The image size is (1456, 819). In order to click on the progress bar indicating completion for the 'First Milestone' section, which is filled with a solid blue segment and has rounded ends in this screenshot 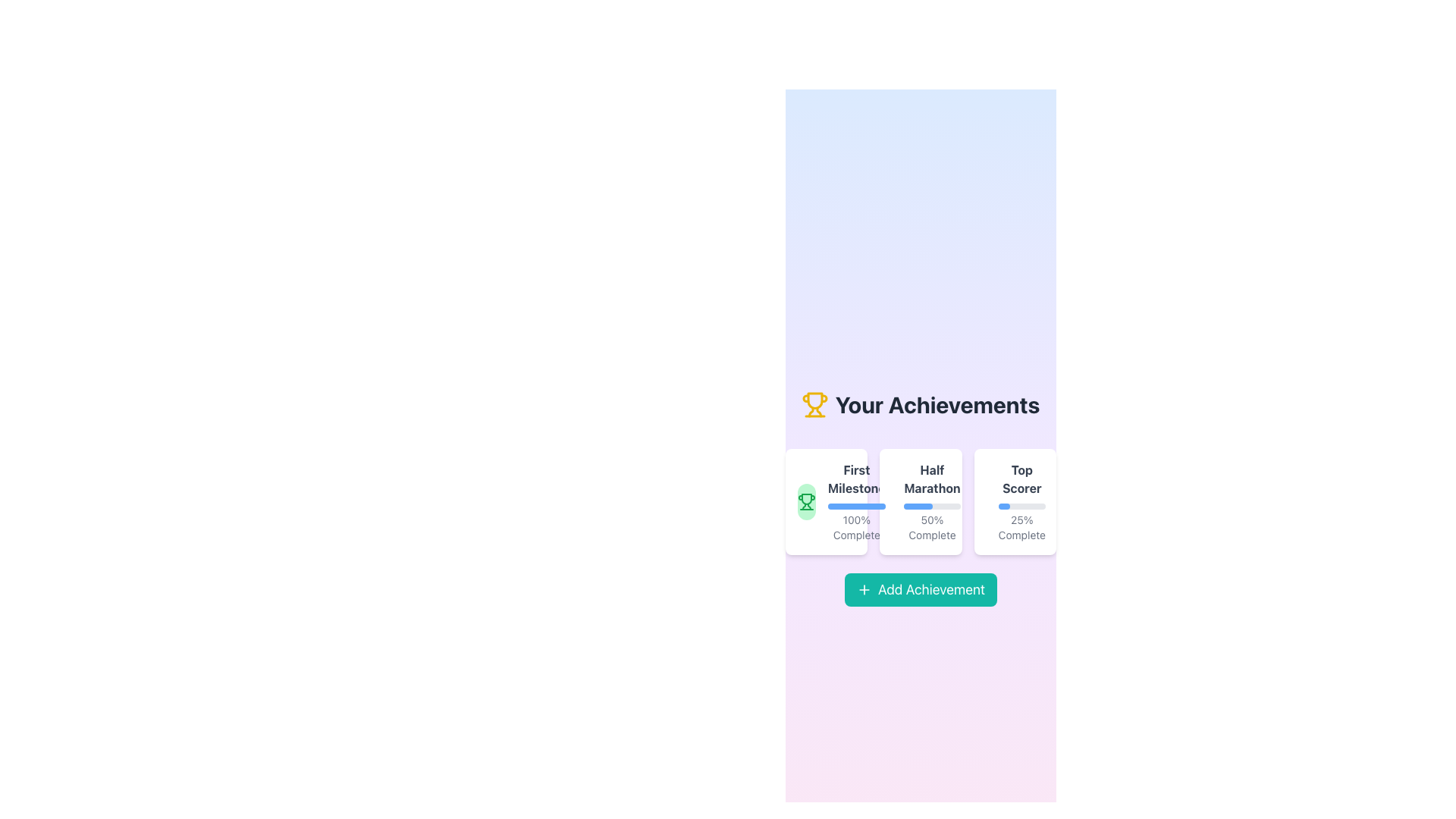, I will do `click(856, 506)`.